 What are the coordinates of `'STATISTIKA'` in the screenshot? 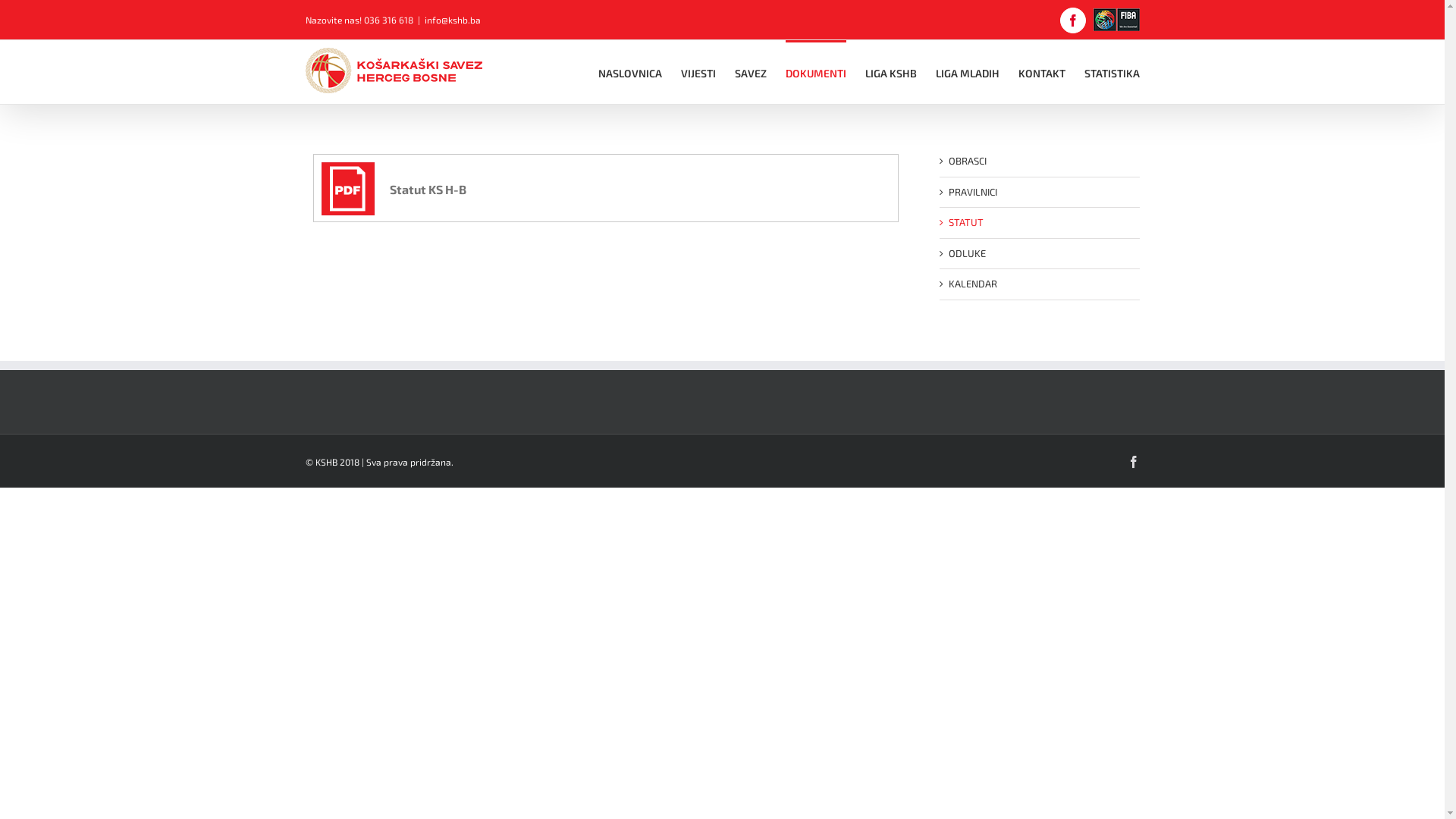 It's located at (1112, 72).